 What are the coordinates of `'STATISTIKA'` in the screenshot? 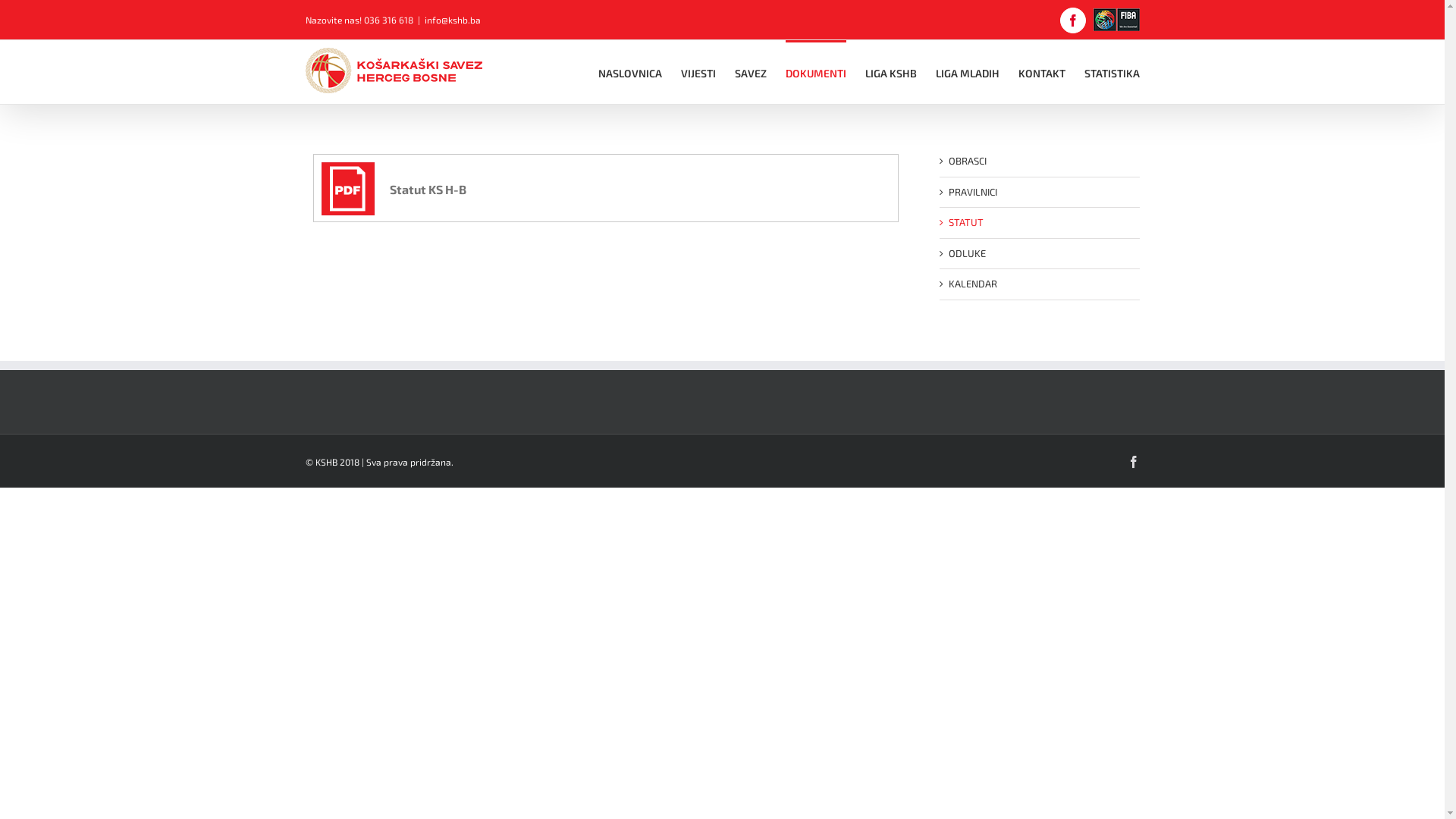 It's located at (1112, 72).